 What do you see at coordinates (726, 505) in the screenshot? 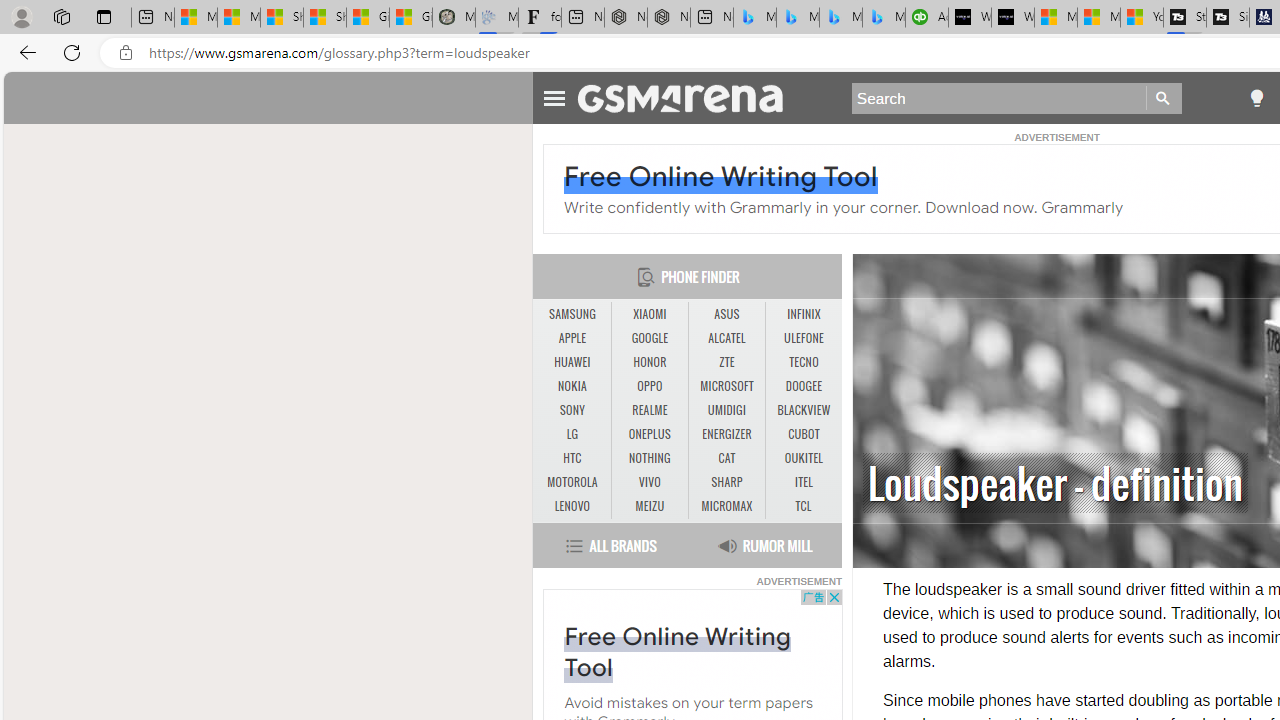
I see `'MICROMAX'` at bounding box center [726, 505].